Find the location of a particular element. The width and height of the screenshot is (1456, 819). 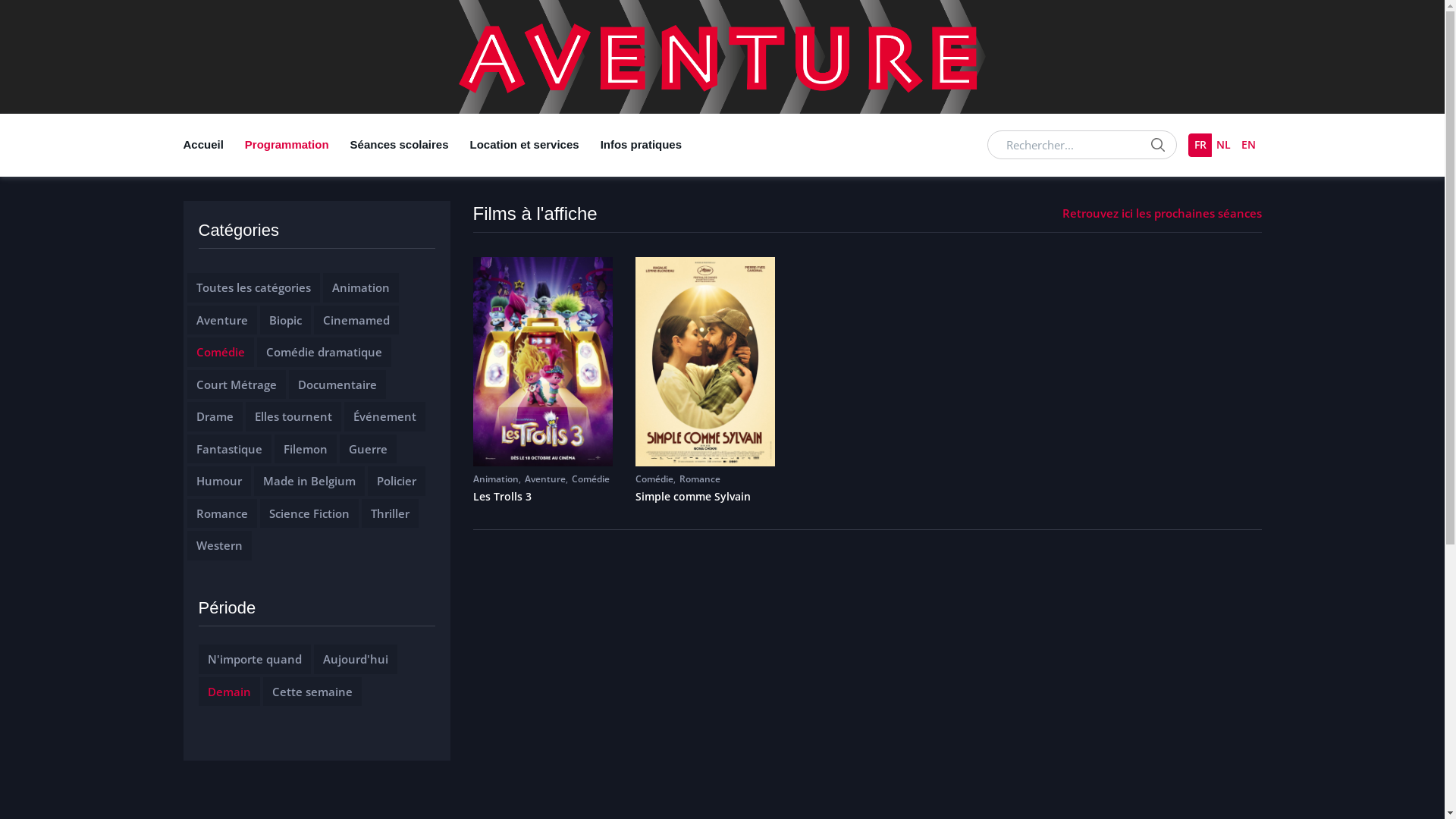

'Romance' is located at coordinates (698, 479).